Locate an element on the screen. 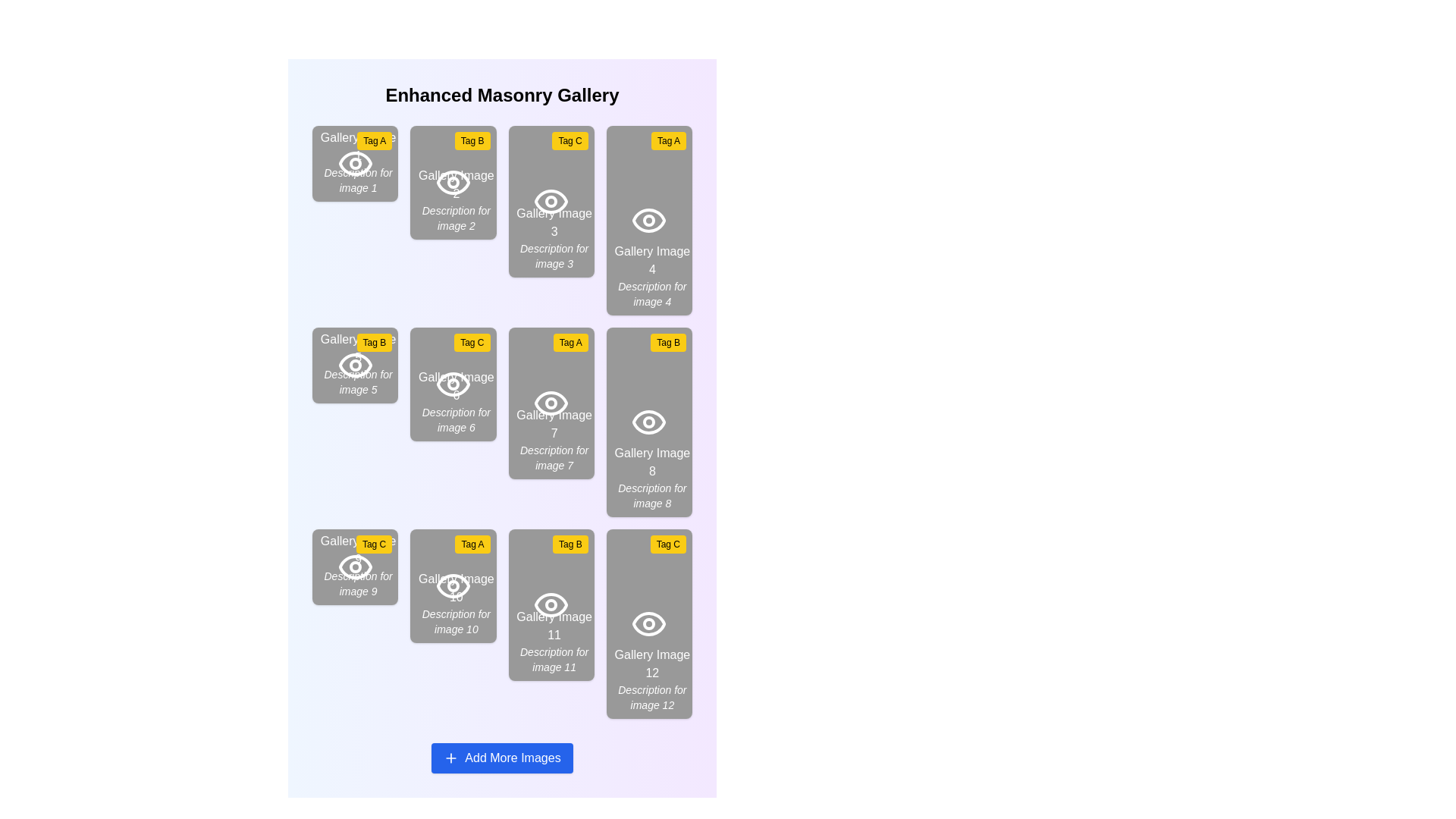 The width and height of the screenshot is (1456, 819). text label displaying 'Gallery Image 2' located in the second image block of the gallery, above the description text and within the section marked by 'Tag B' is located at coordinates (455, 184).